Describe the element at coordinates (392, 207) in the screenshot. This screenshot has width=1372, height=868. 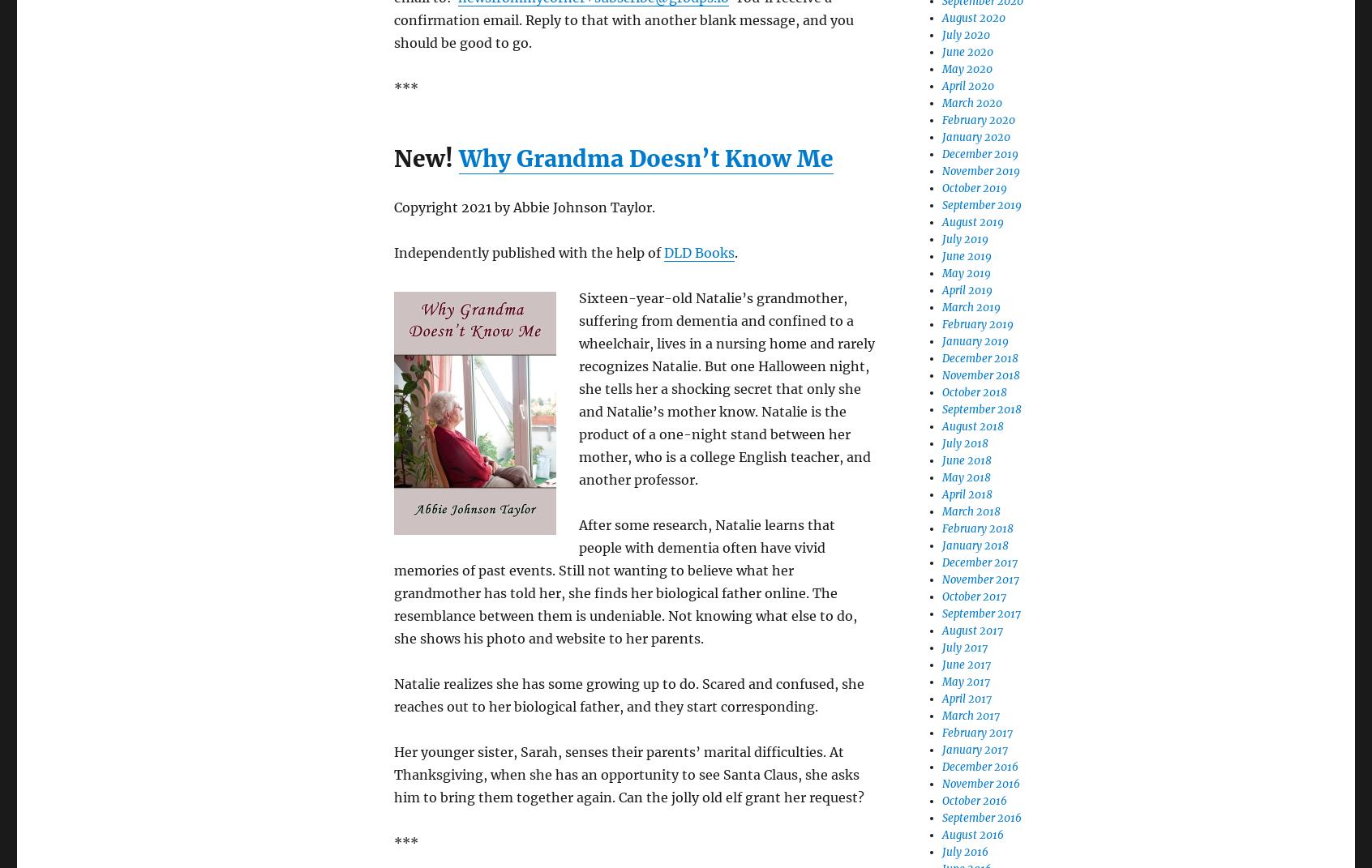
I see `'Copyright 2021 by Abbie Johnson Taylor.'` at that location.